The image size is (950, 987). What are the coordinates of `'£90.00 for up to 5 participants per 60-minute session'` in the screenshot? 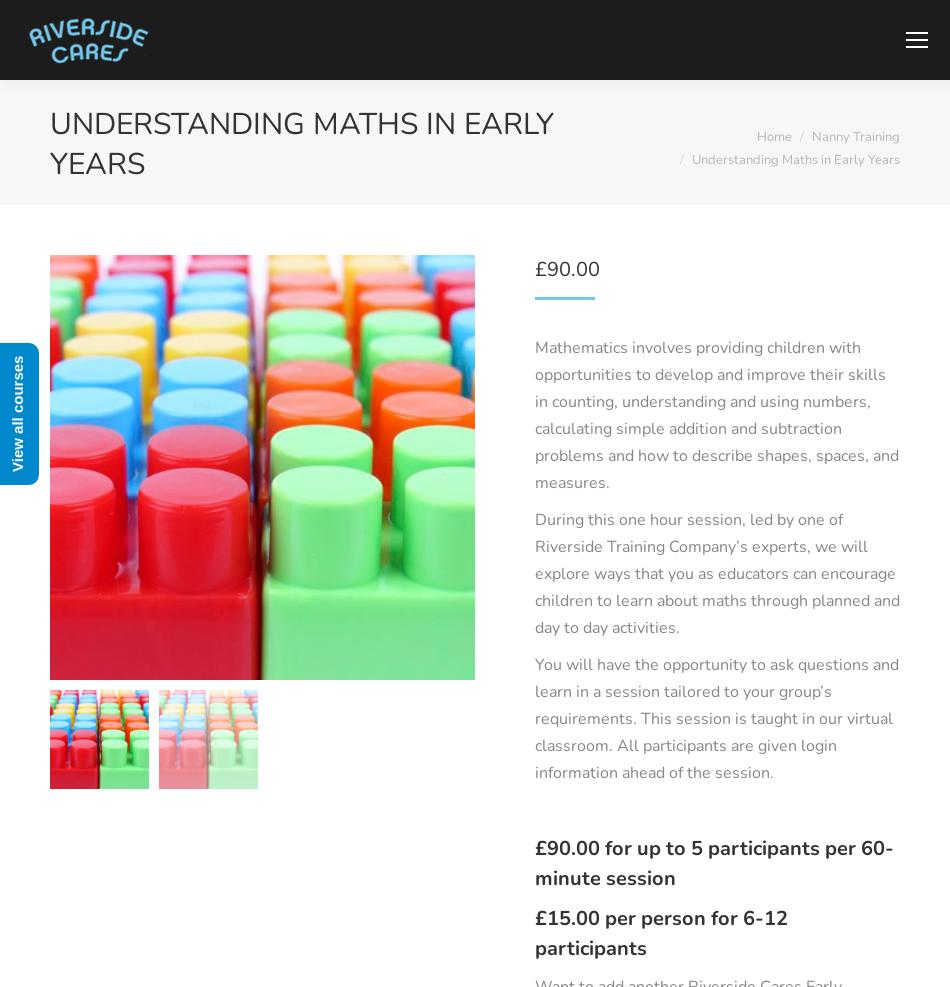 It's located at (713, 862).